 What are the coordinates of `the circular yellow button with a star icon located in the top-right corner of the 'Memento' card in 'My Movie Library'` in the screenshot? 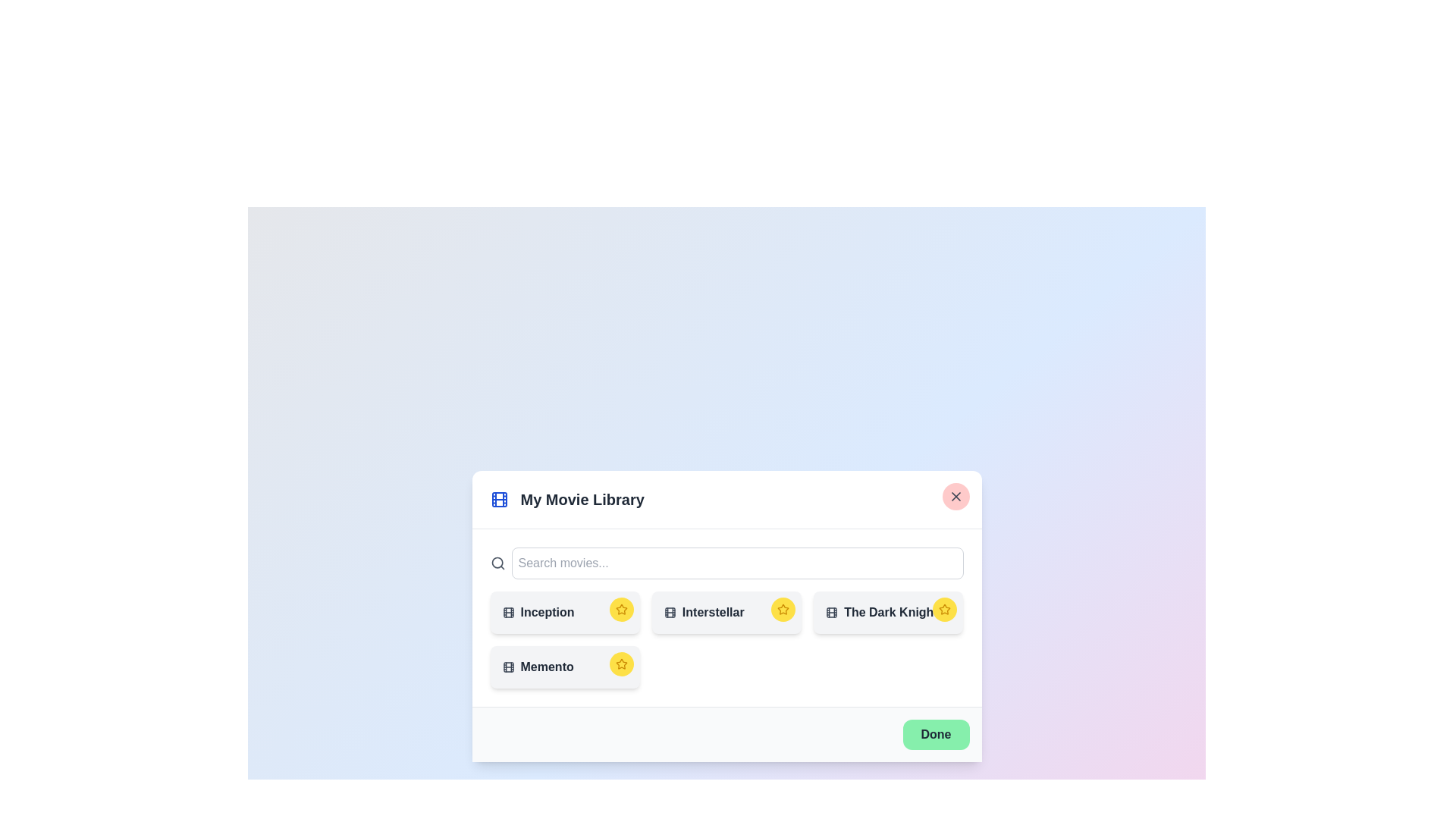 It's located at (621, 663).